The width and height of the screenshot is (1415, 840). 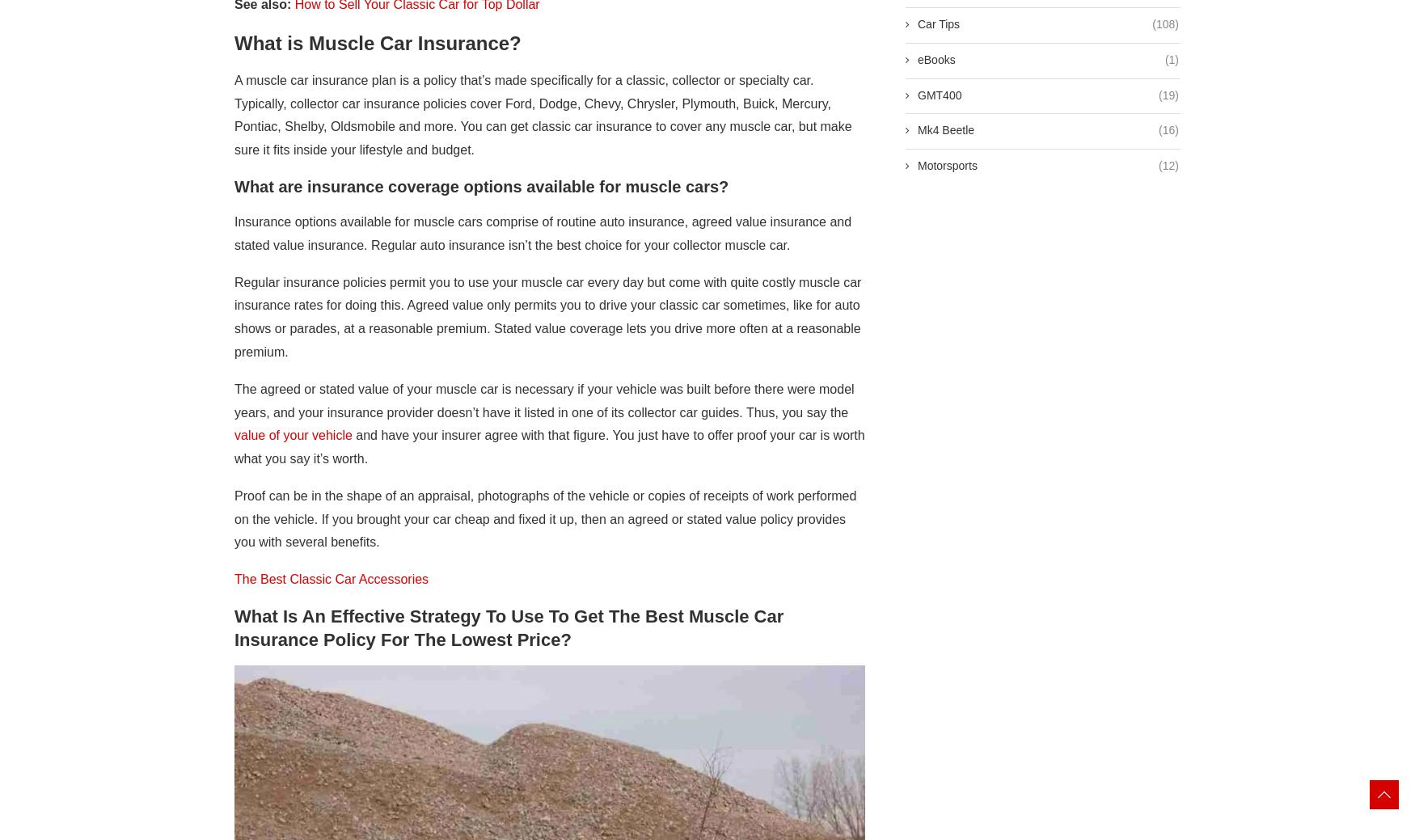 What do you see at coordinates (945, 129) in the screenshot?
I see `'Mk4 Beetle'` at bounding box center [945, 129].